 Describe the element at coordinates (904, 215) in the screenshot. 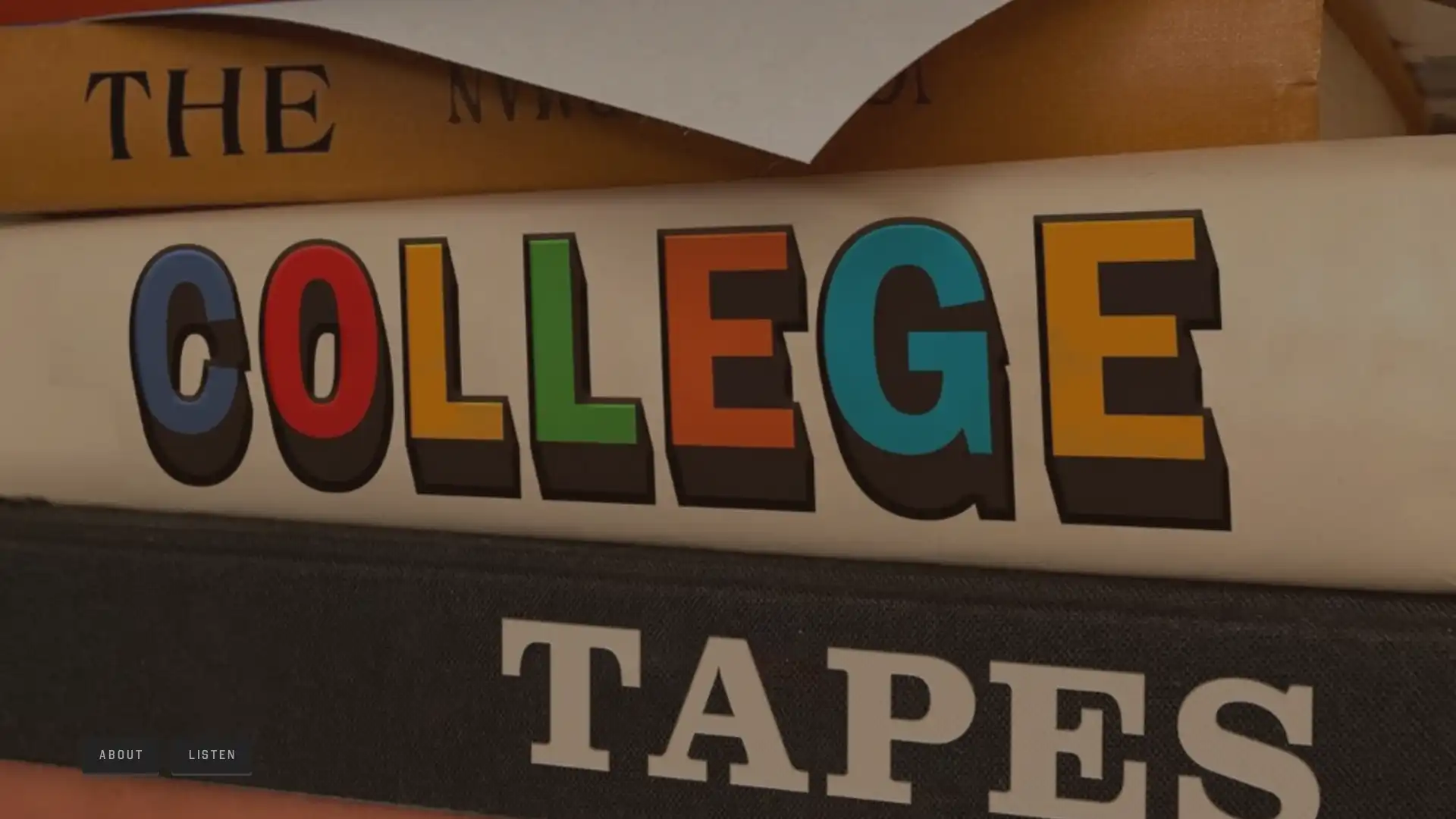

I see `Close` at that location.